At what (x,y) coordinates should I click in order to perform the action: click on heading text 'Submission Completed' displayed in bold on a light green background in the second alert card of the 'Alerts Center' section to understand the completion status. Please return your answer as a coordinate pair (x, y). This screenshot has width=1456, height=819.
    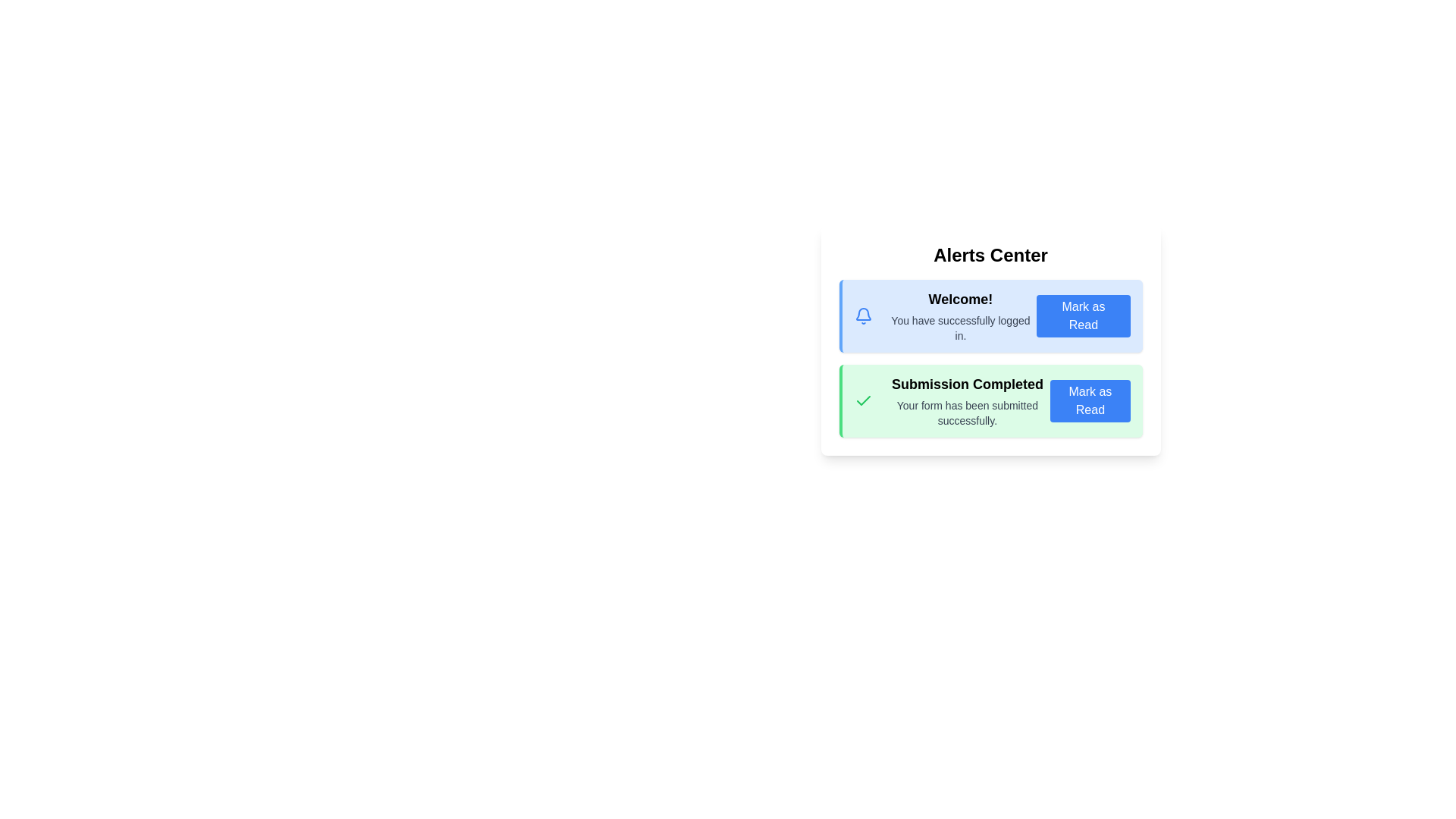
    Looking at the image, I should click on (966, 383).